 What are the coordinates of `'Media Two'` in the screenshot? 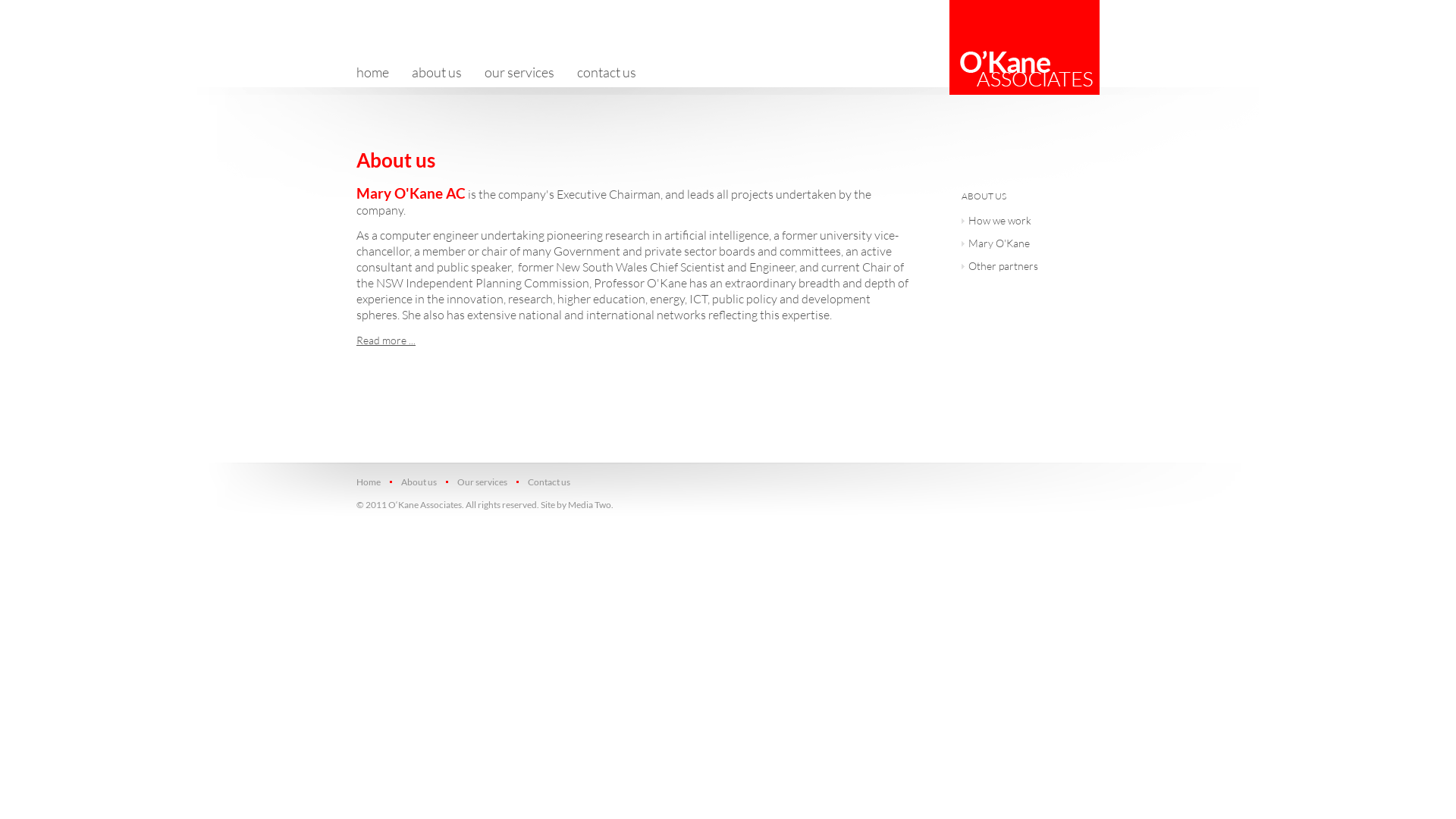 It's located at (588, 504).